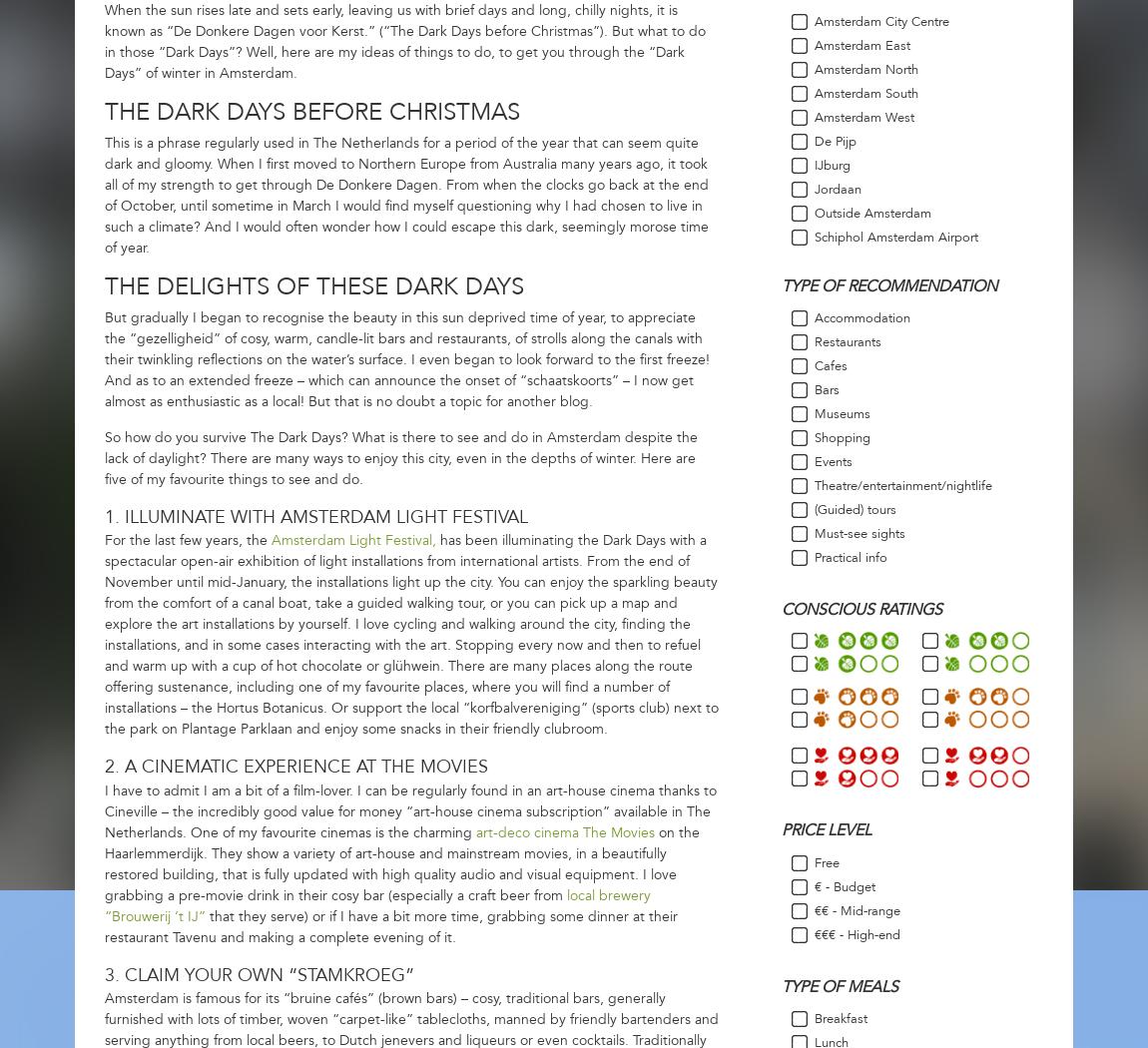 This screenshot has height=1048, width=1148. I want to click on 'For the last few years, the', so click(187, 540).